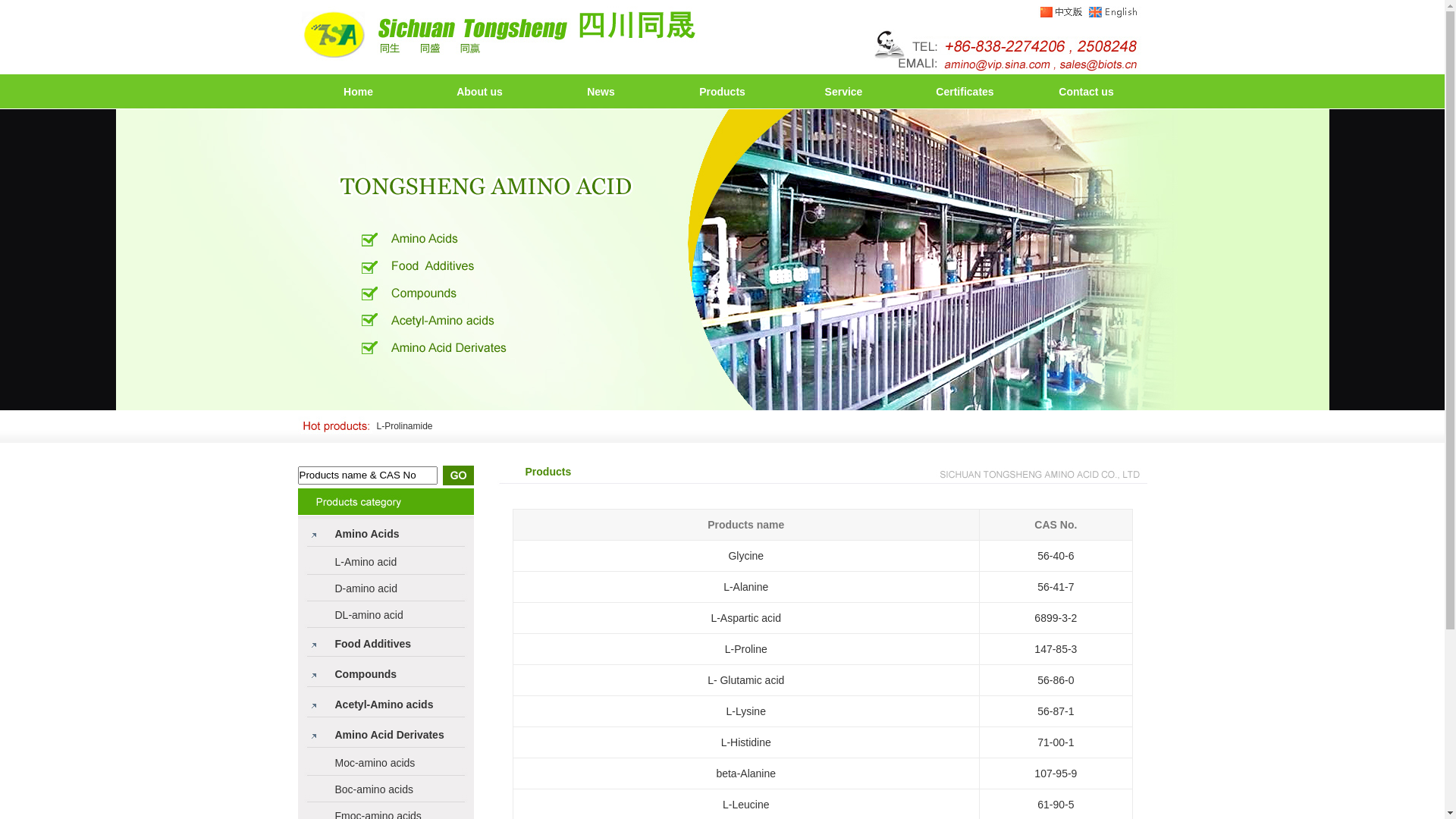 This screenshot has height=819, width=1456. I want to click on 'L-Proline', so click(745, 648).